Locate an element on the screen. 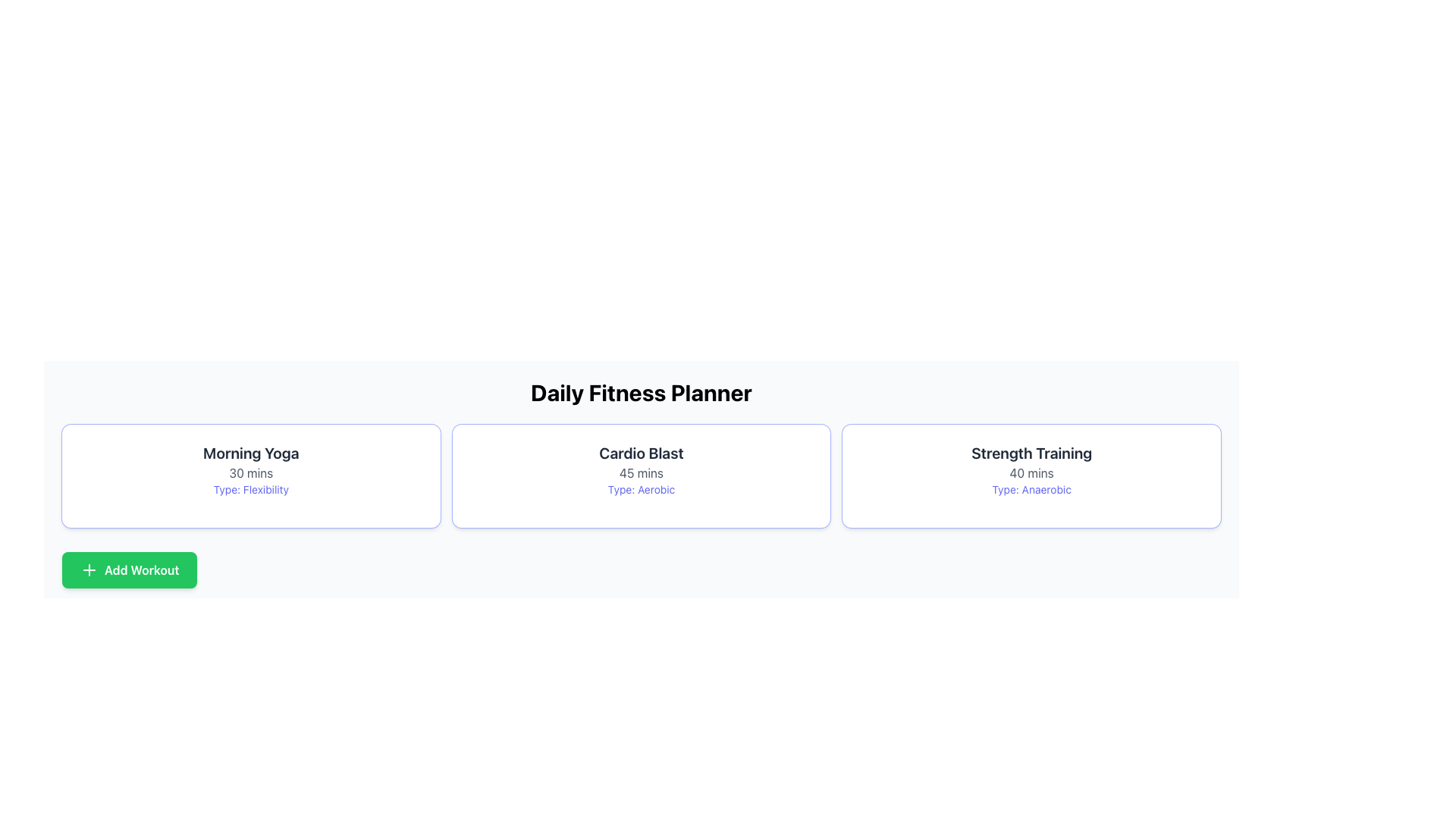 This screenshot has height=819, width=1456. the 'Add Workout' button located at the bottom-left corner of the interface, below the 'Daily Fitness Planner' section is located at coordinates (130, 570).